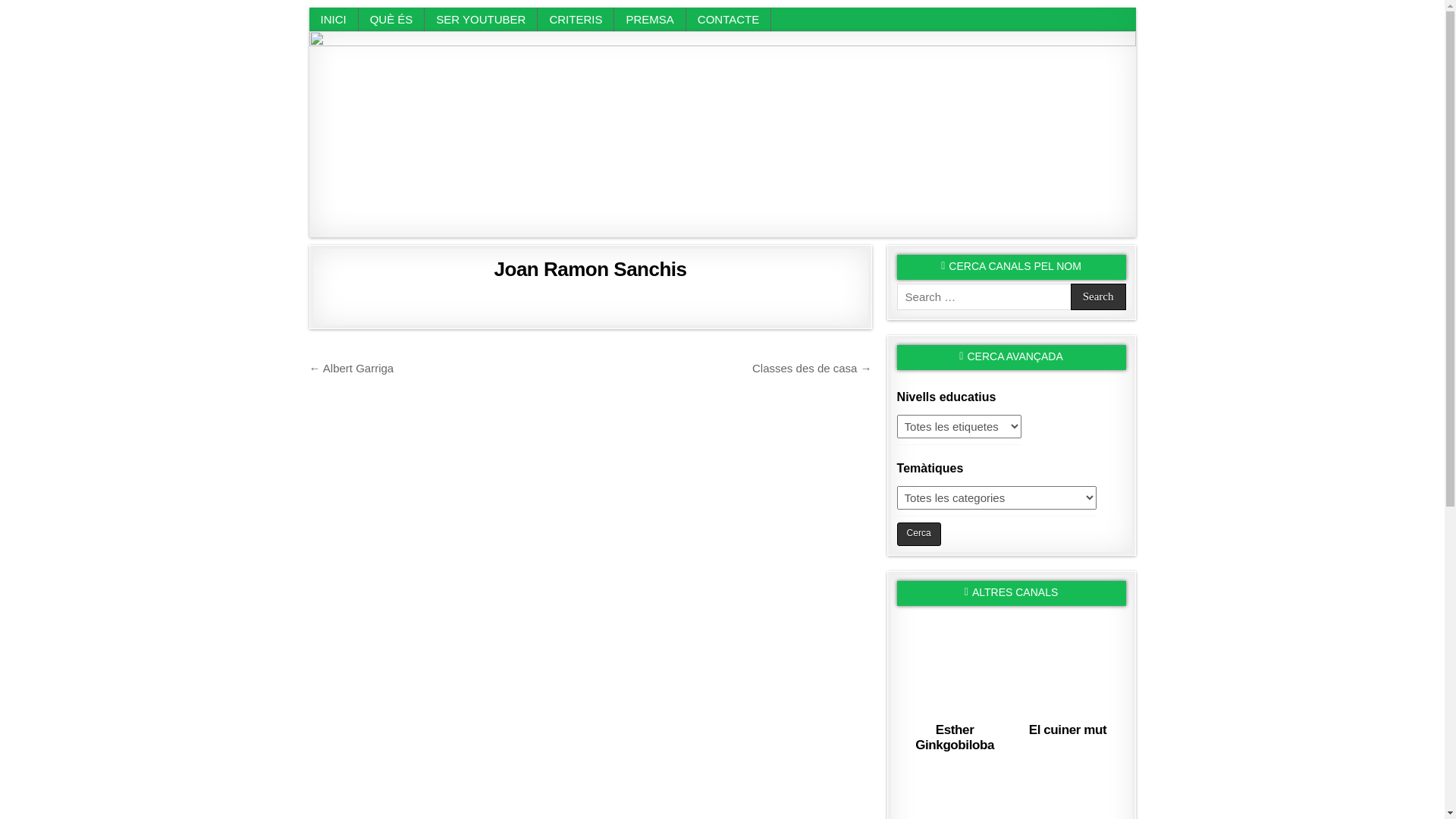  Describe the element at coordinates (333, 19) in the screenshot. I see `'INICI'` at that location.